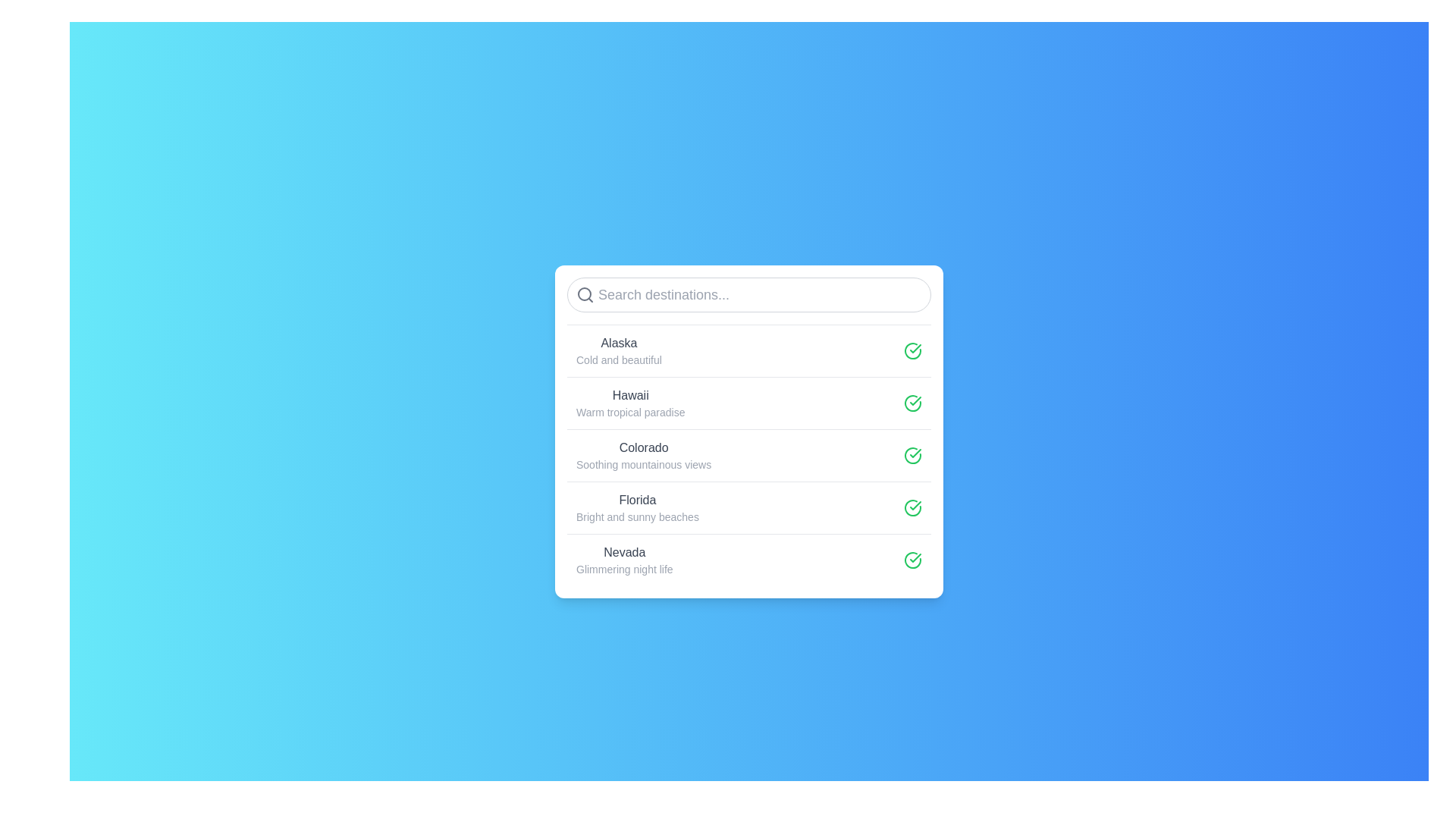  I want to click on the icon indicating that Florida has been marked or selected, which is located to the right of the text 'Florida' in the fourth list entry, so click(912, 560).